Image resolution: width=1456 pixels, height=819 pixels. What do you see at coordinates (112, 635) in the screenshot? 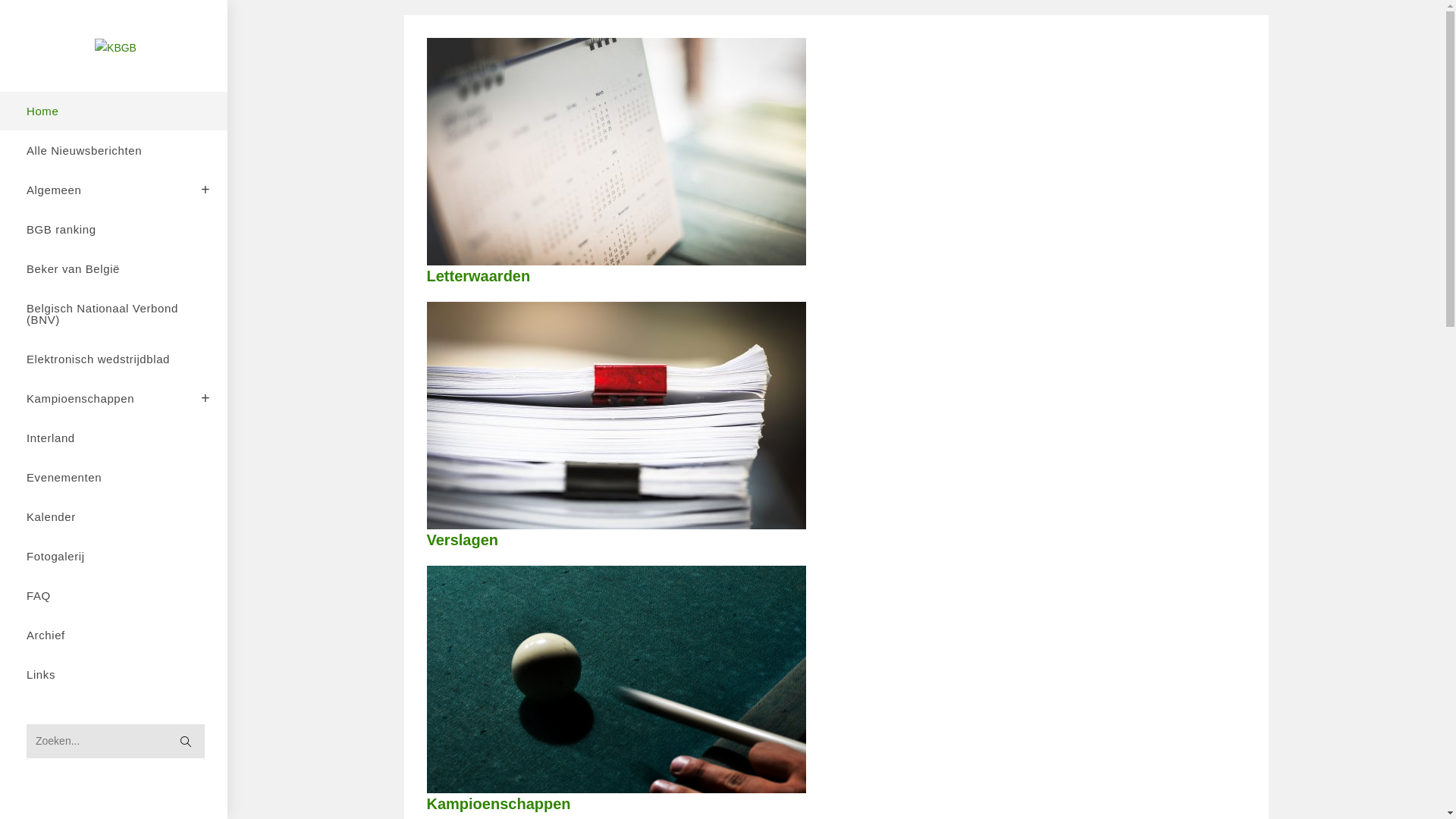
I see `'Archief'` at bounding box center [112, 635].